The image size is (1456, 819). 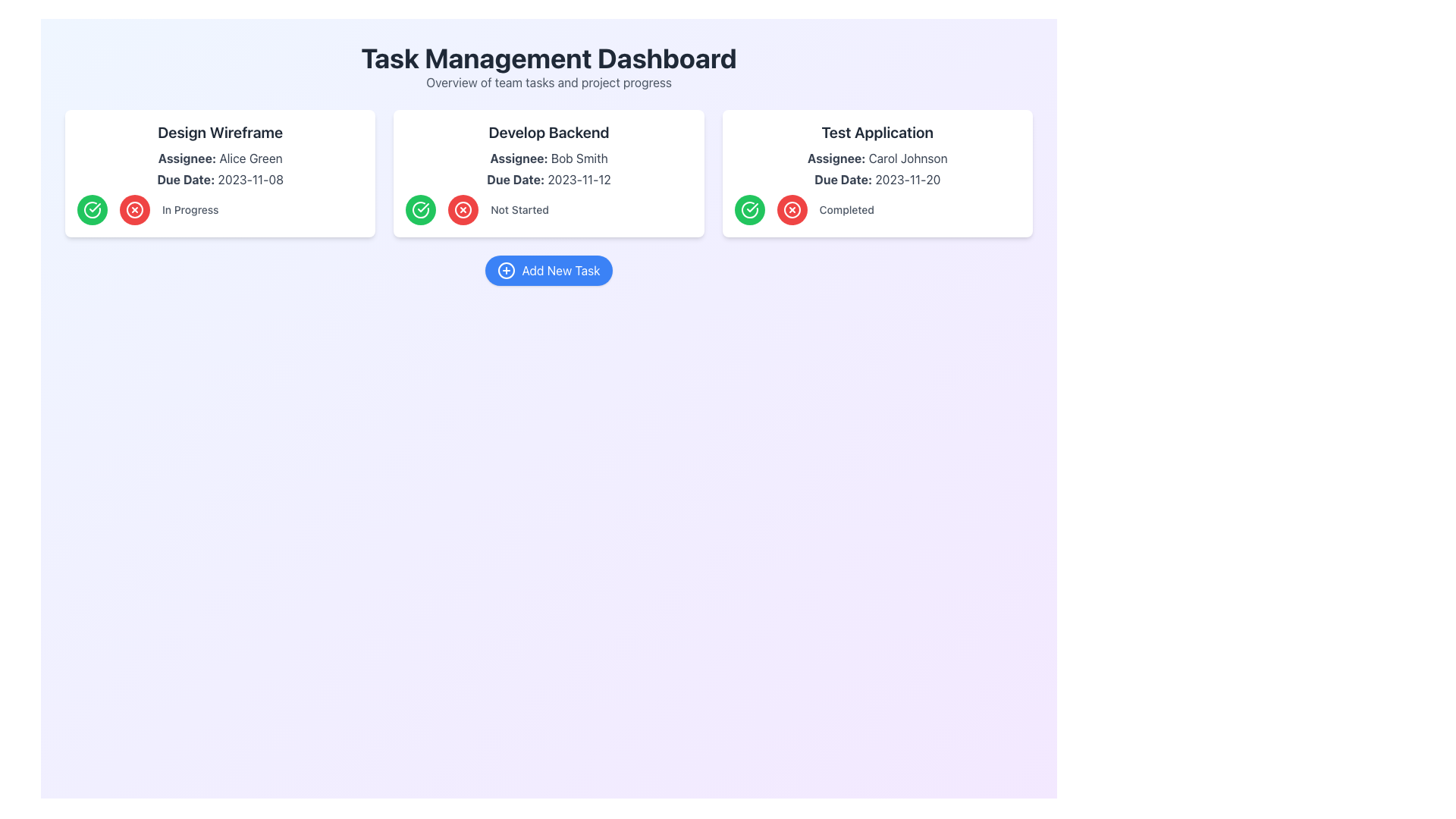 I want to click on the circular icon with a plus sign in its center, located to the left of the 'Add New Task' text within the button, so click(x=507, y=270).